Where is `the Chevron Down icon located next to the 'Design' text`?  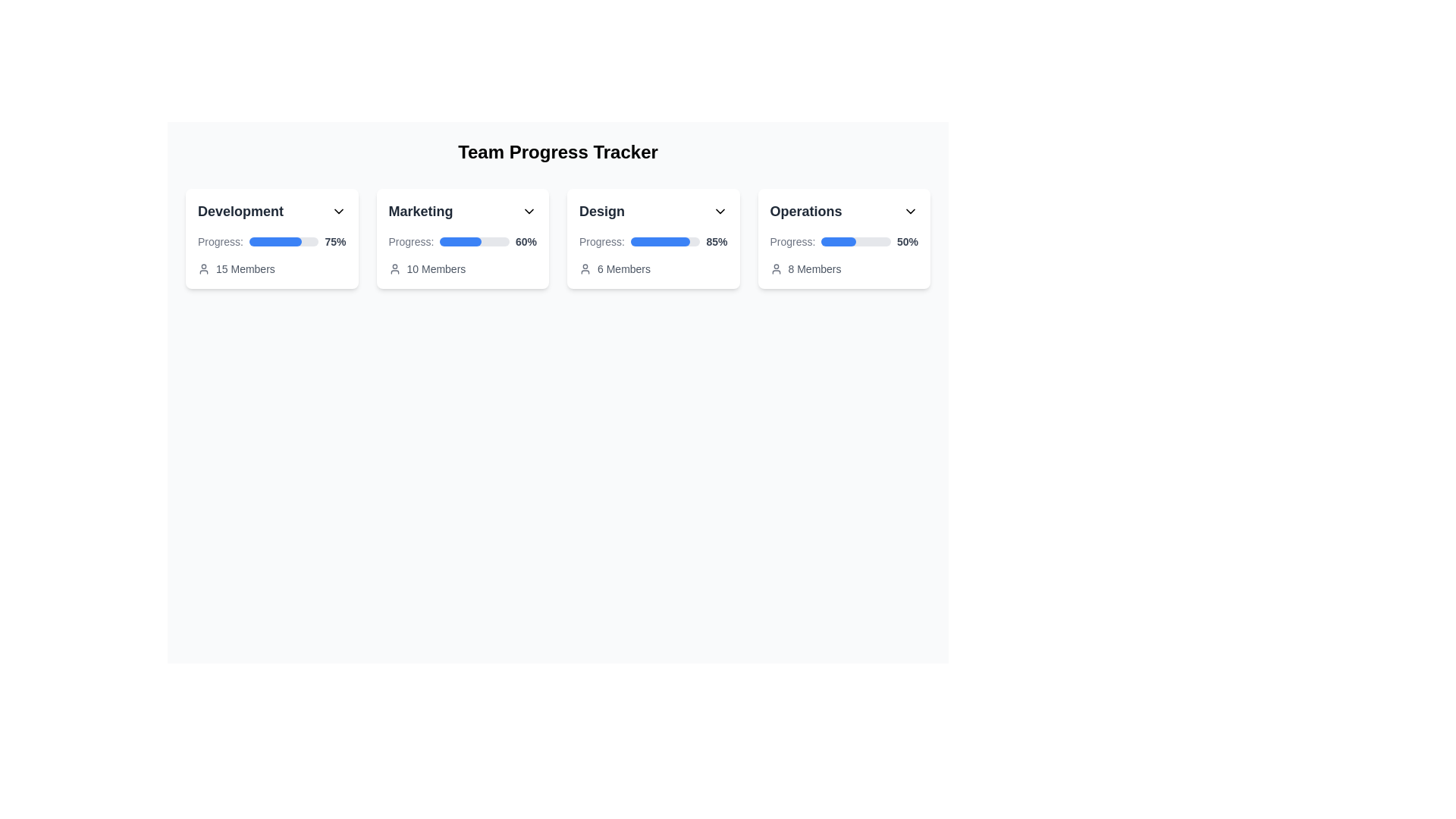
the Chevron Down icon located next to the 'Design' text is located at coordinates (719, 211).